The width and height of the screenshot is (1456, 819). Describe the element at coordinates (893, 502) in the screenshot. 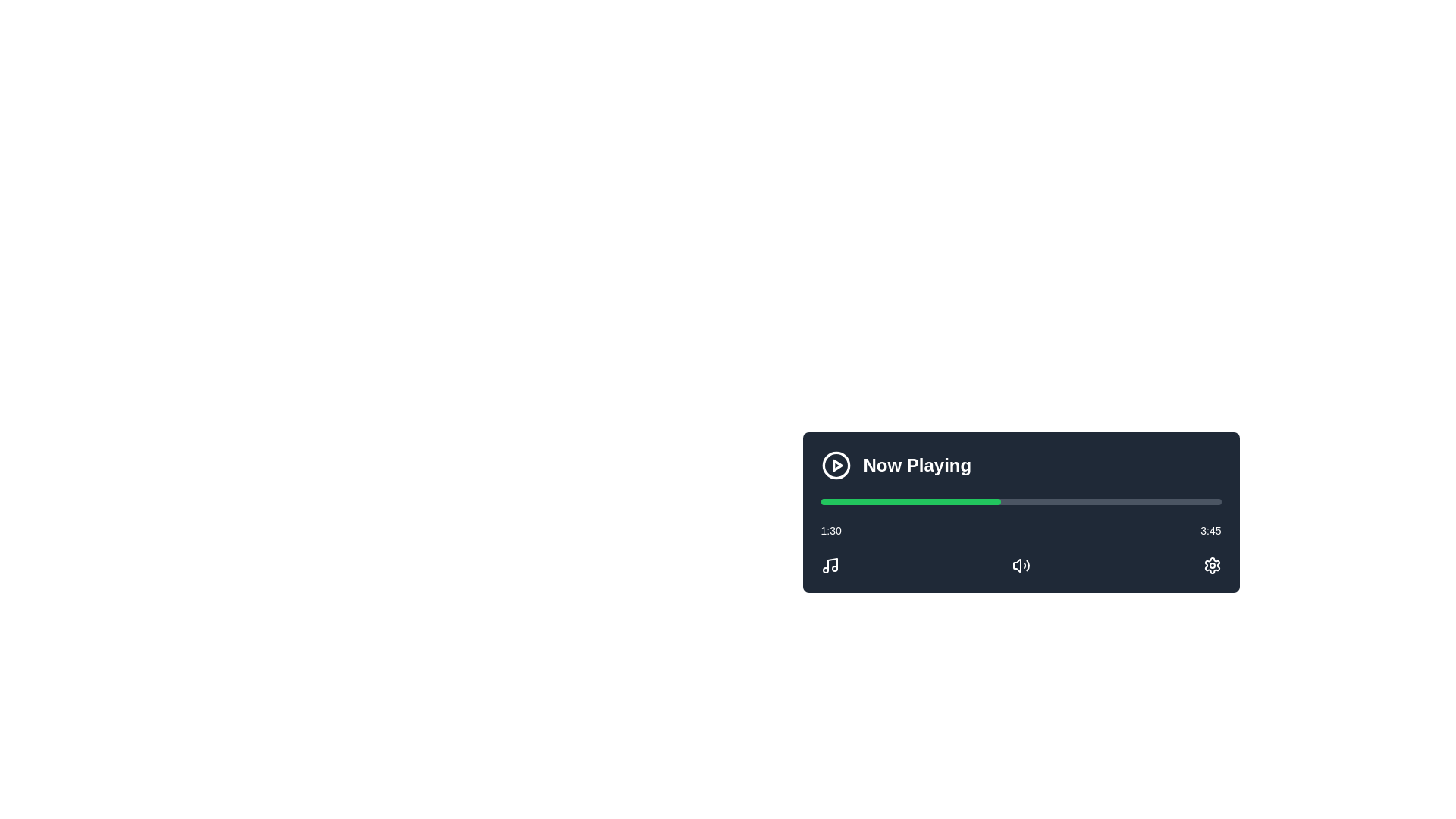

I see `playback position` at that location.